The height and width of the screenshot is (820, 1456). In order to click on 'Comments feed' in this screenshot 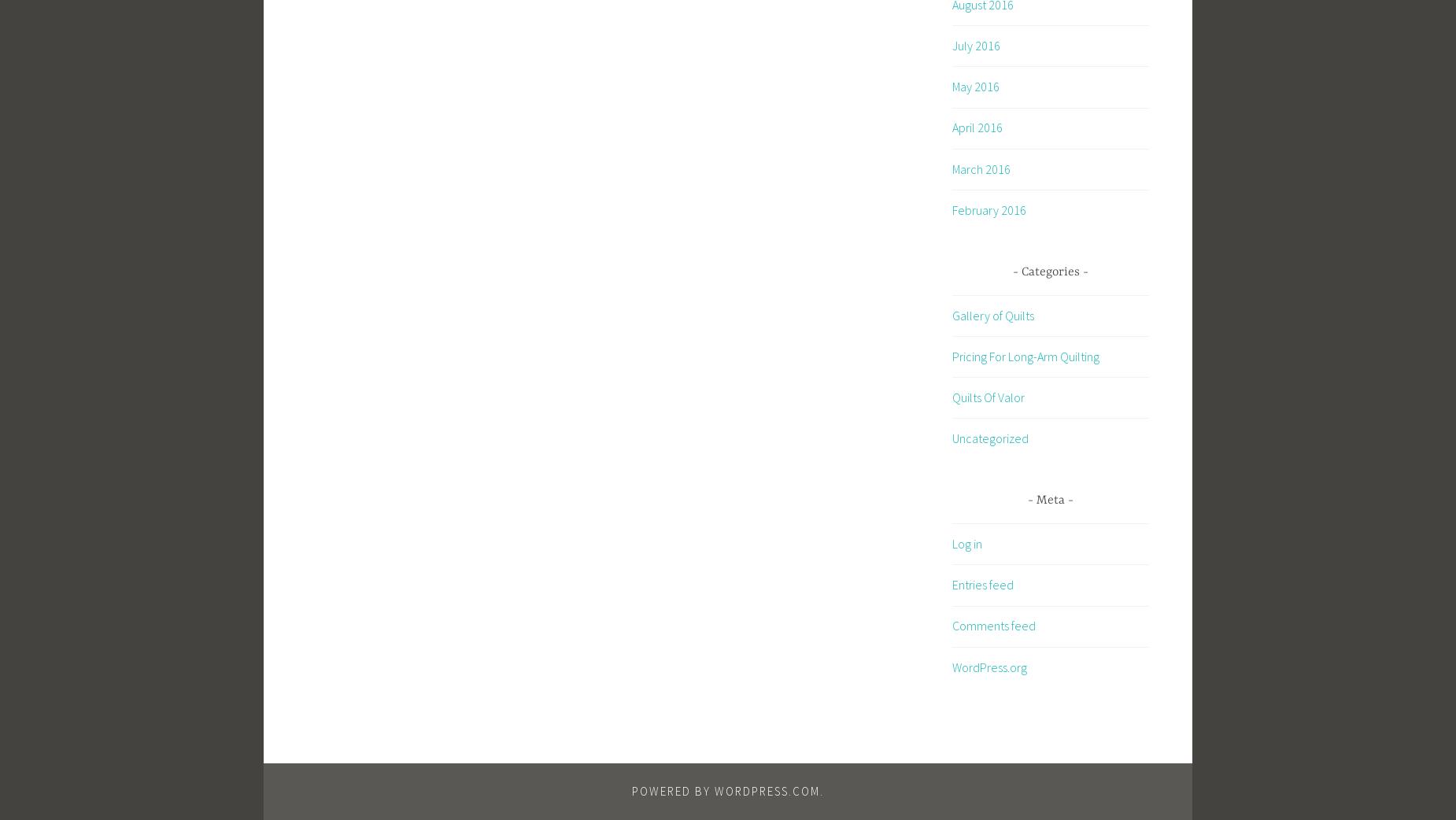, I will do `click(992, 626)`.